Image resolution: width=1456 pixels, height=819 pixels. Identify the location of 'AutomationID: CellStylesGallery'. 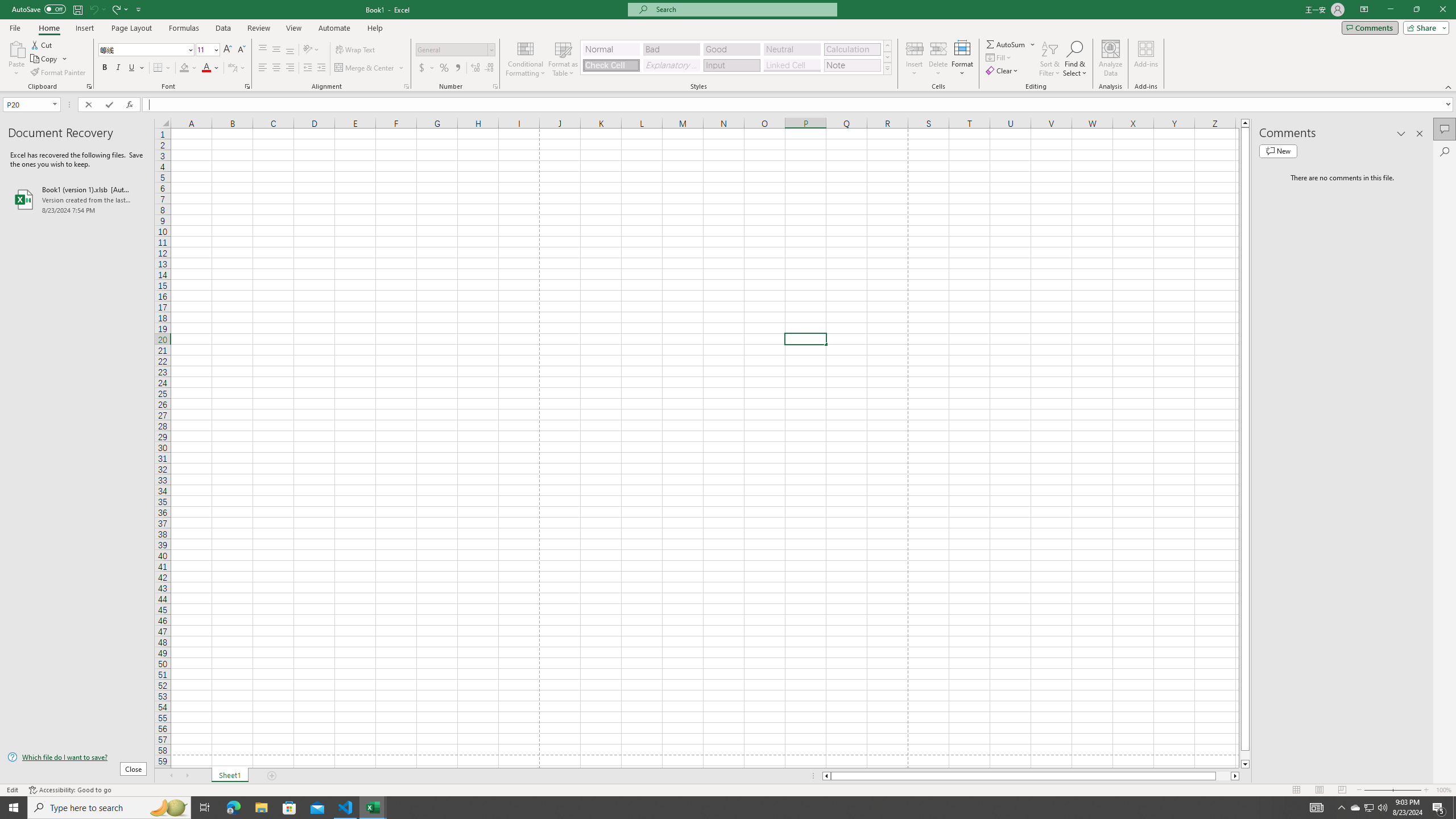
(737, 57).